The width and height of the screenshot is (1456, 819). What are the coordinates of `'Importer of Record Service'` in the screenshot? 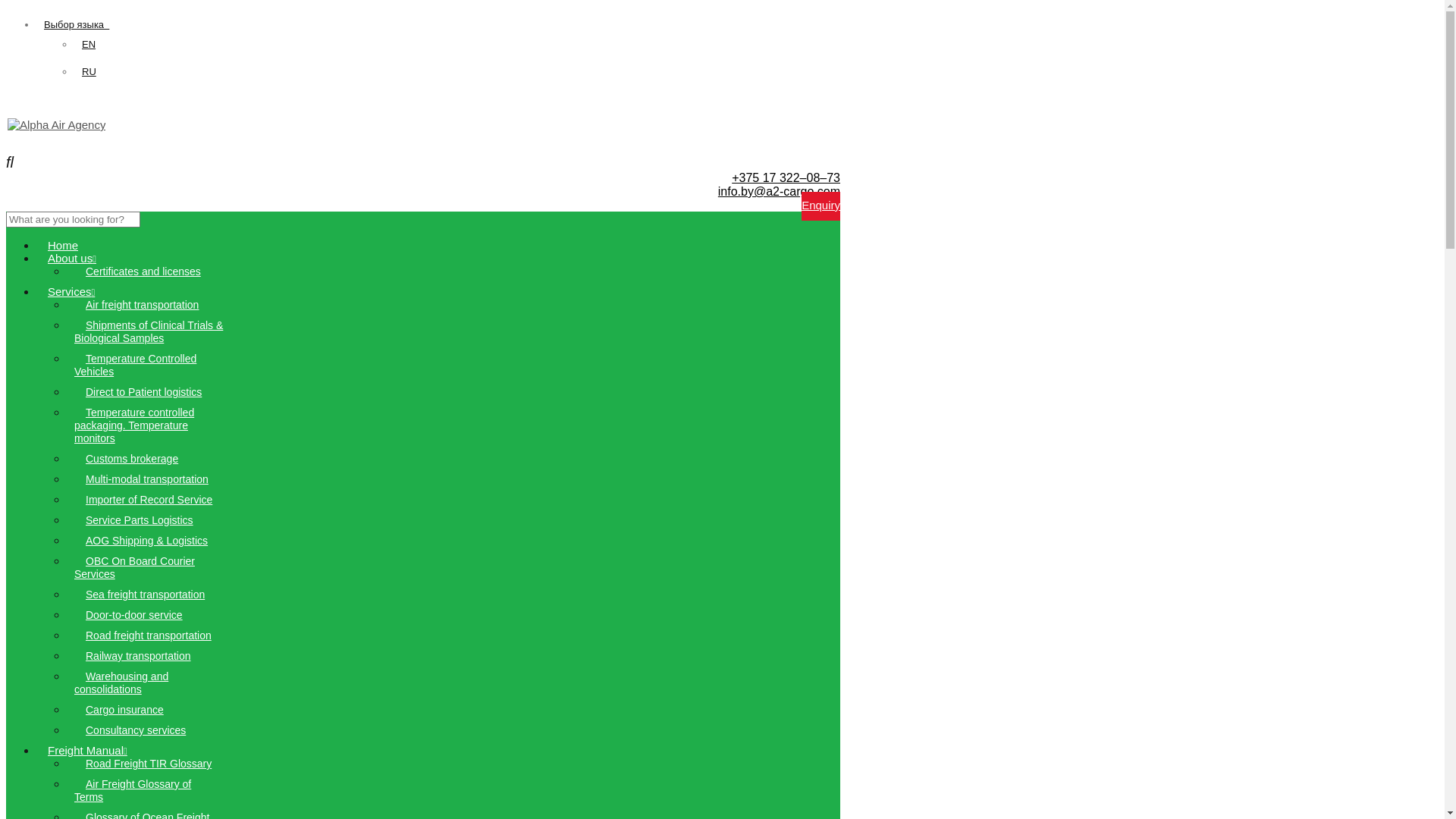 It's located at (149, 500).